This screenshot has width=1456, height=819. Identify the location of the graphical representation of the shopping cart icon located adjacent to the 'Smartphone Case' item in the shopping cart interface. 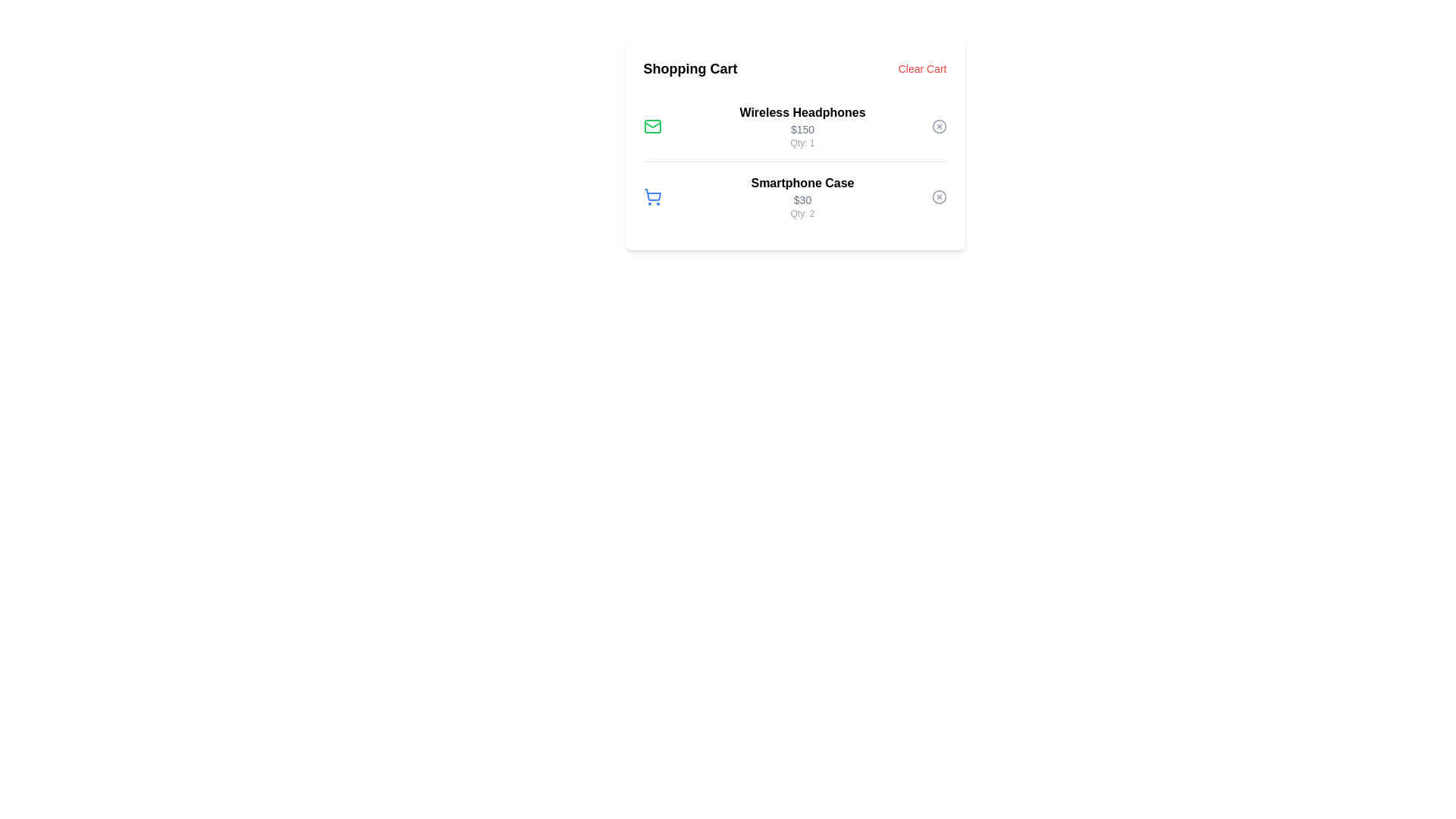
(652, 194).